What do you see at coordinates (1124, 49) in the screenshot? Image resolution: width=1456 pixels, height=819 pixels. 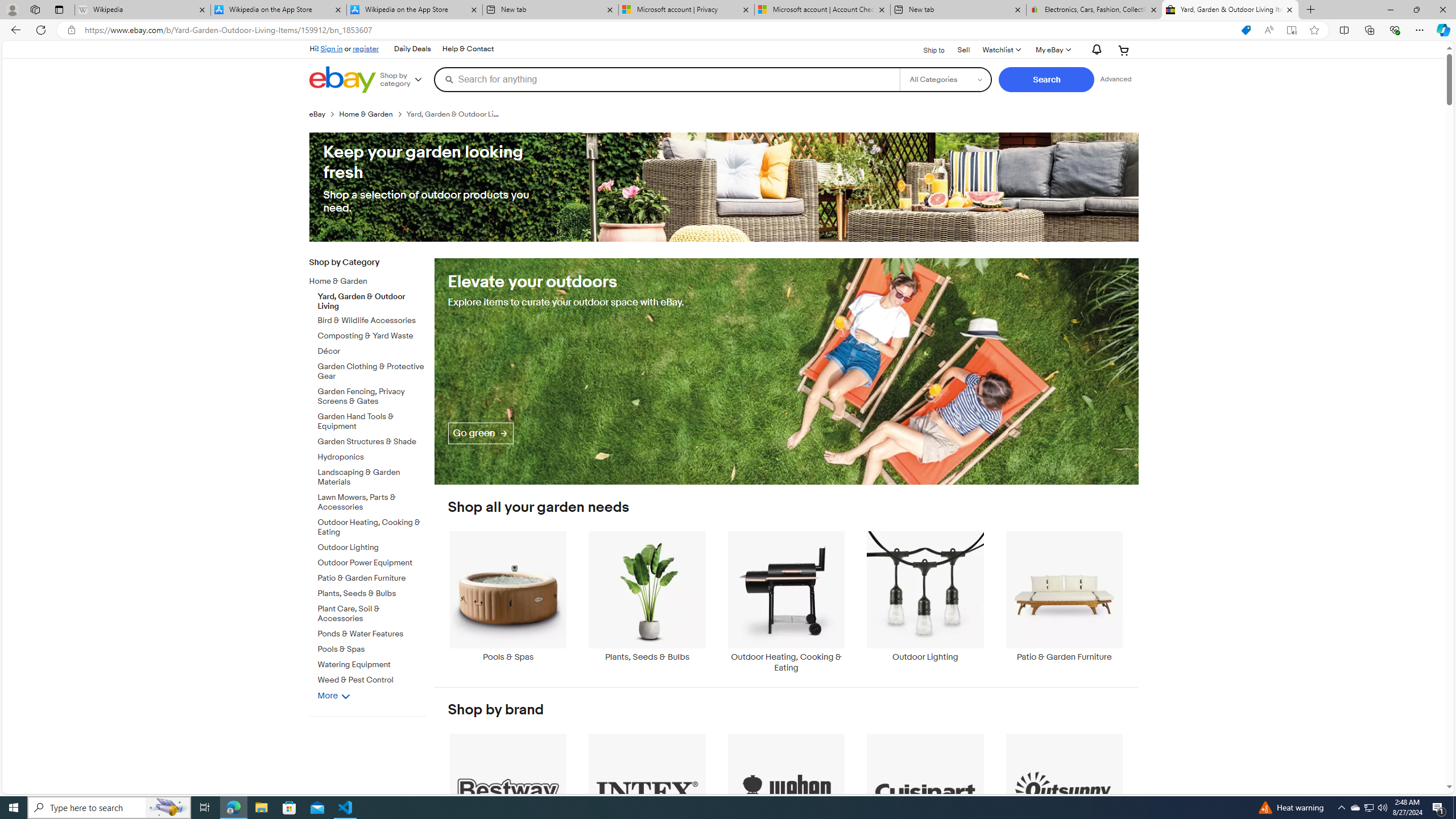 I see `'Your shopping cart'` at bounding box center [1124, 49].